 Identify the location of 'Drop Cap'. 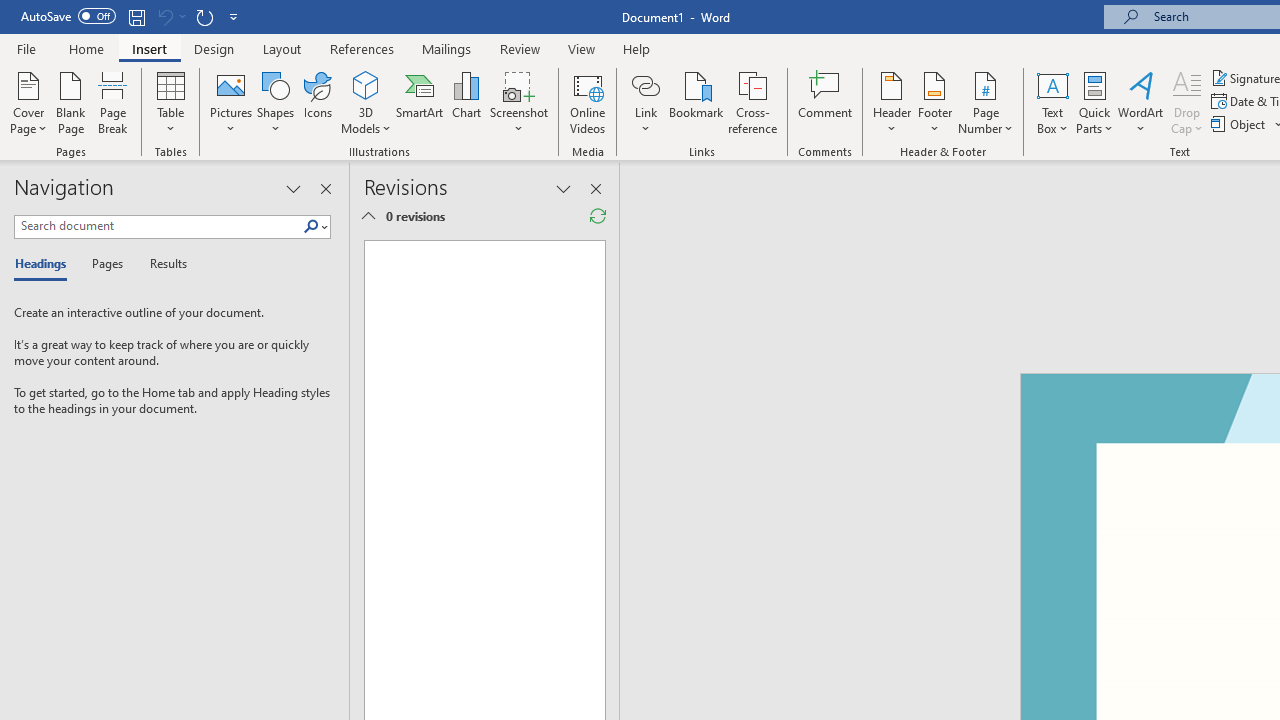
(1187, 103).